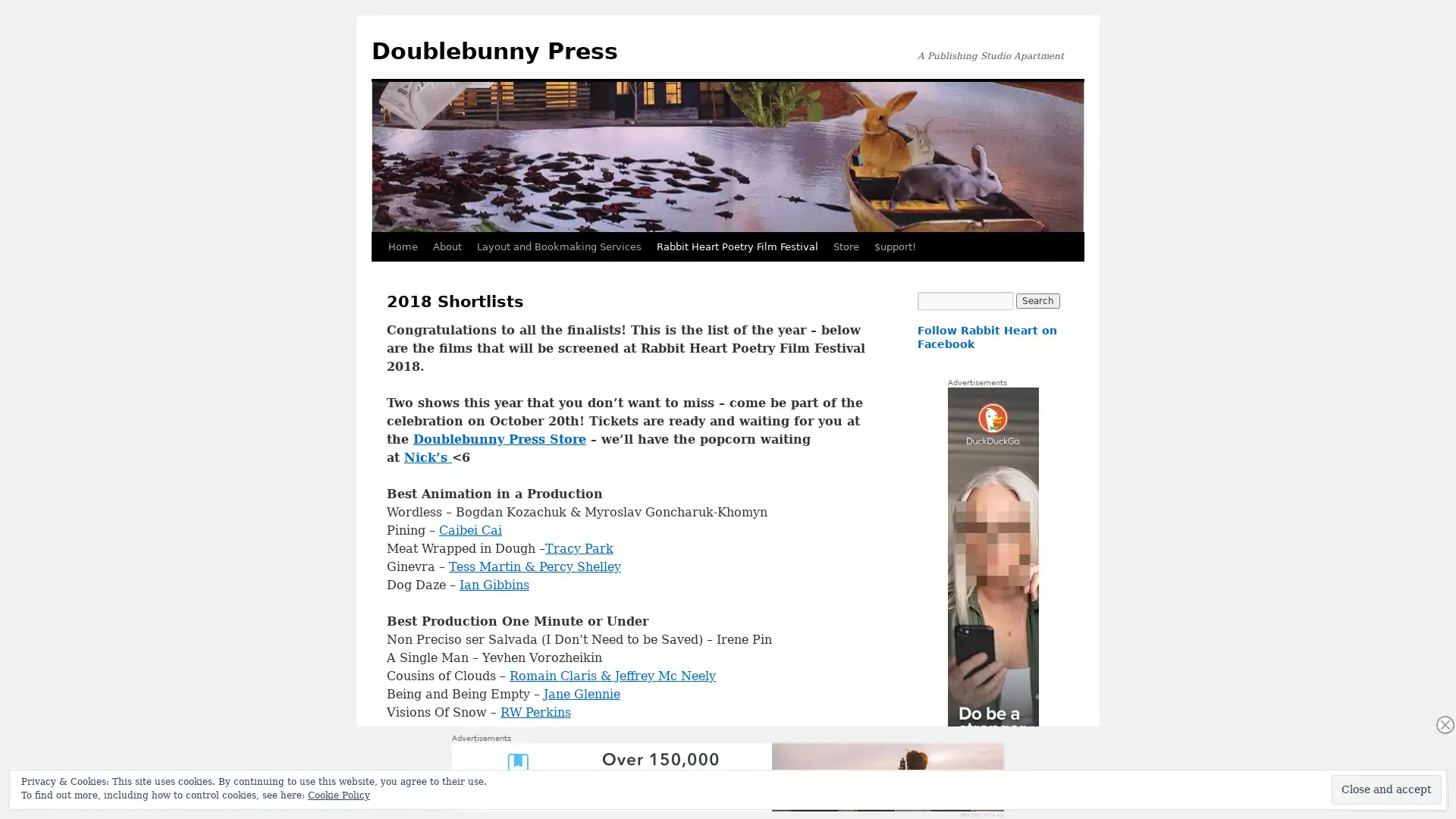 This screenshot has width=1456, height=819. I want to click on Close and accept, so click(1386, 789).